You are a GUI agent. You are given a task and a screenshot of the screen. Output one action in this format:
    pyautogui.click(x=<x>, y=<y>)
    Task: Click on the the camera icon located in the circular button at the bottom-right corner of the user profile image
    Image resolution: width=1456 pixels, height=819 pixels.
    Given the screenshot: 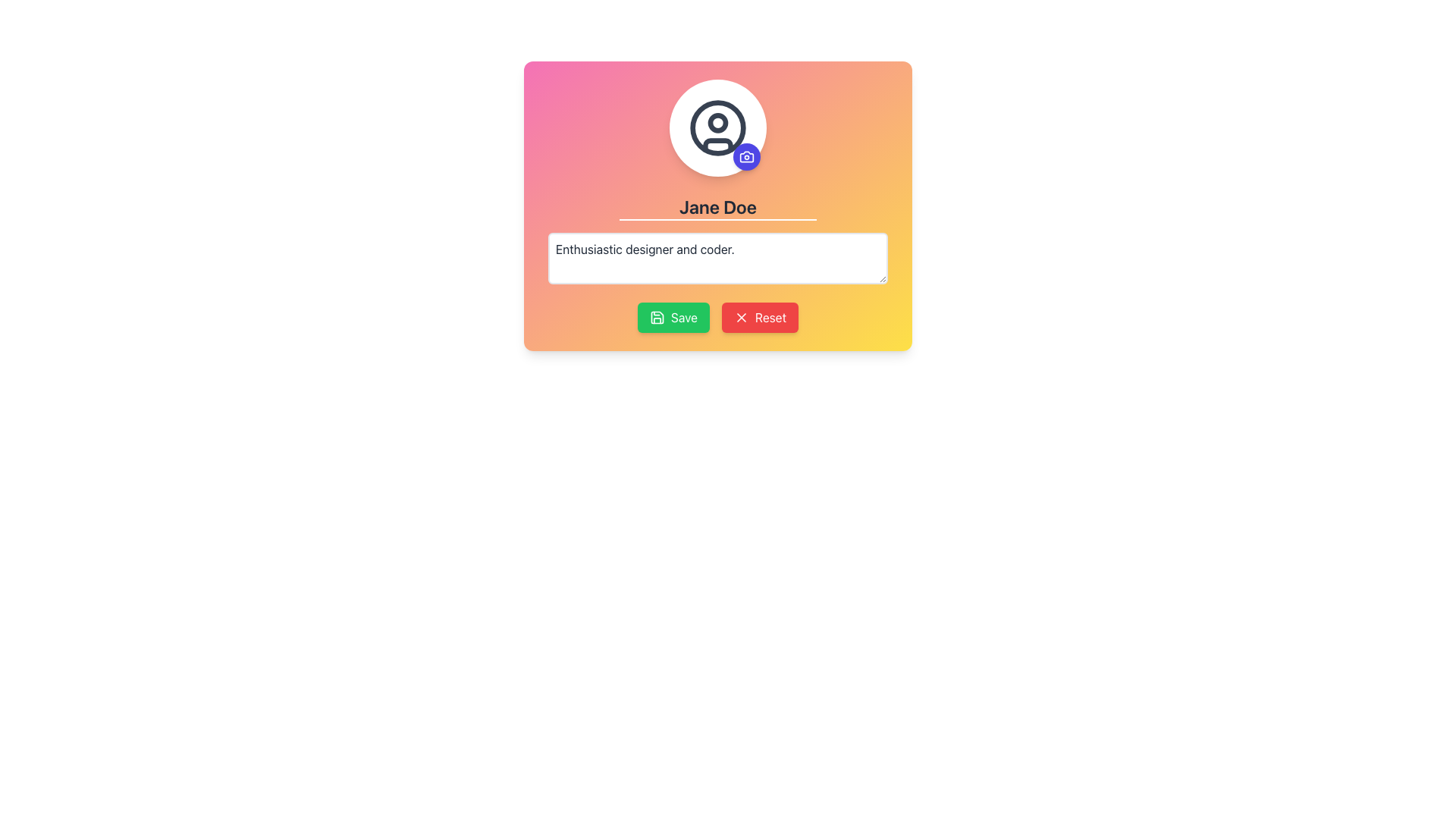 What is the action you would take?
    pyautogui.click(x=746, y=157)
    